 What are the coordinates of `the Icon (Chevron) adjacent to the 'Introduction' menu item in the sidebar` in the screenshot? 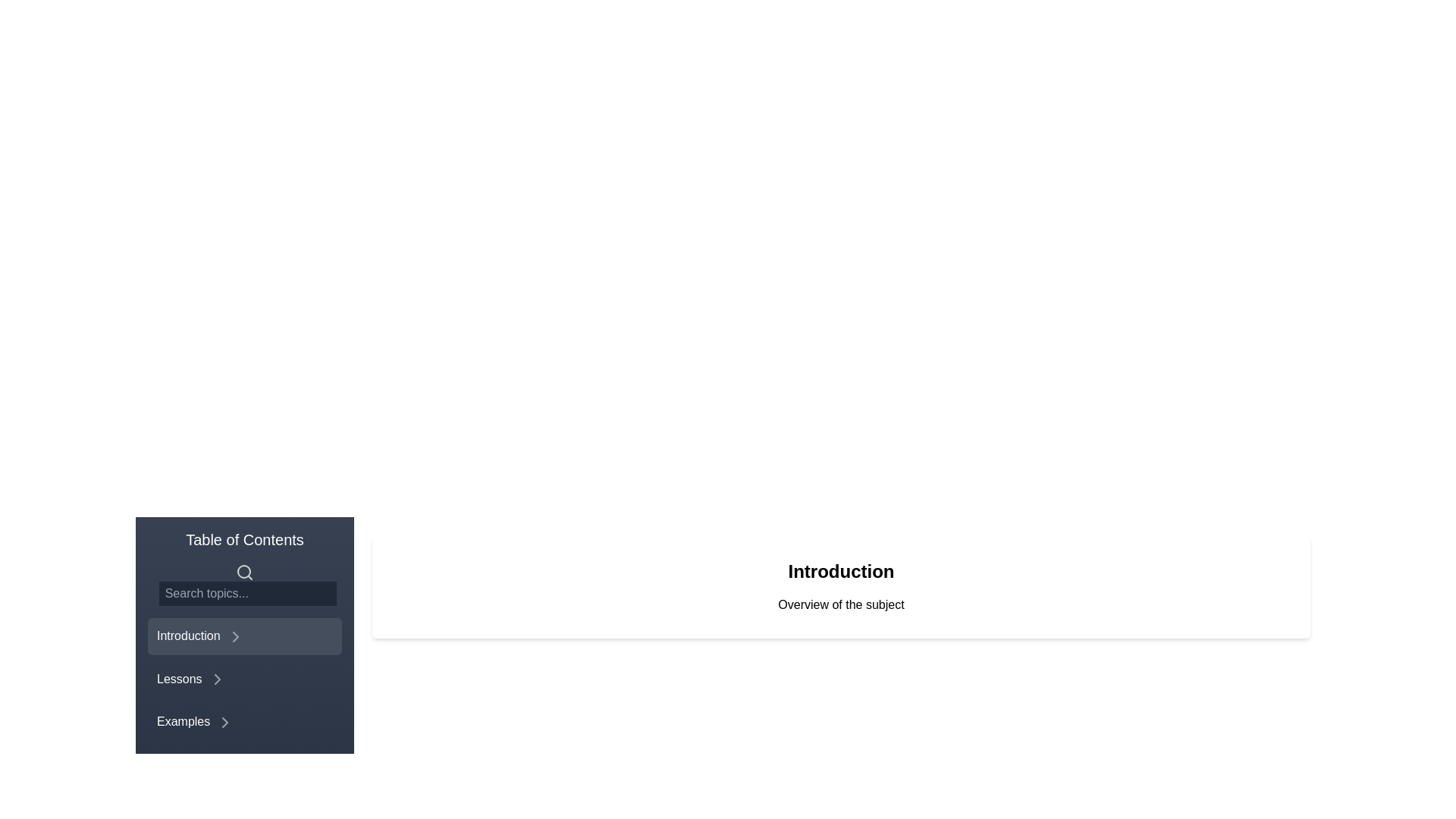 It's located at (234, 636).